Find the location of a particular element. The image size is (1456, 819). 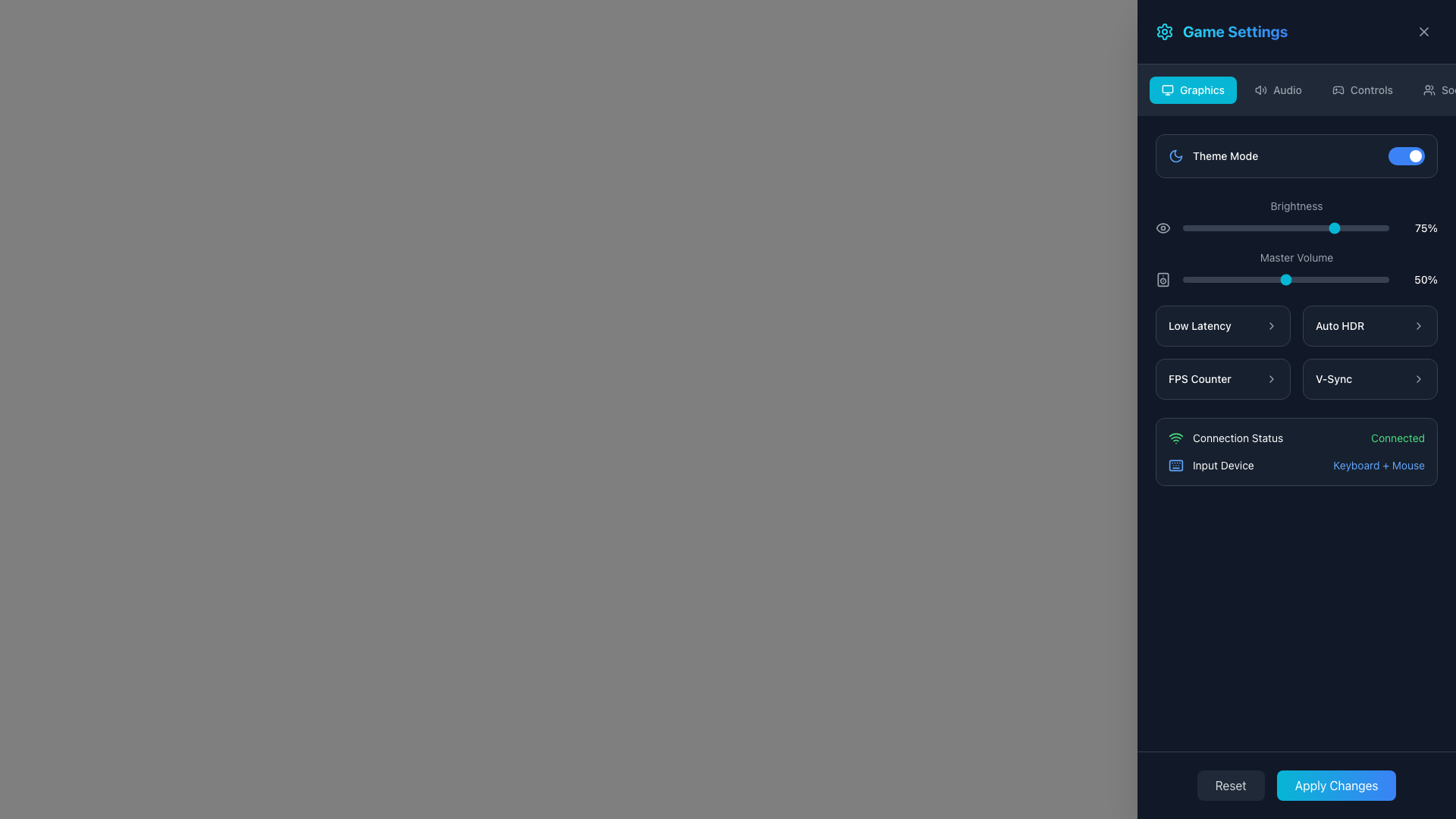

the master volume is located at coordinates (1224, 280).